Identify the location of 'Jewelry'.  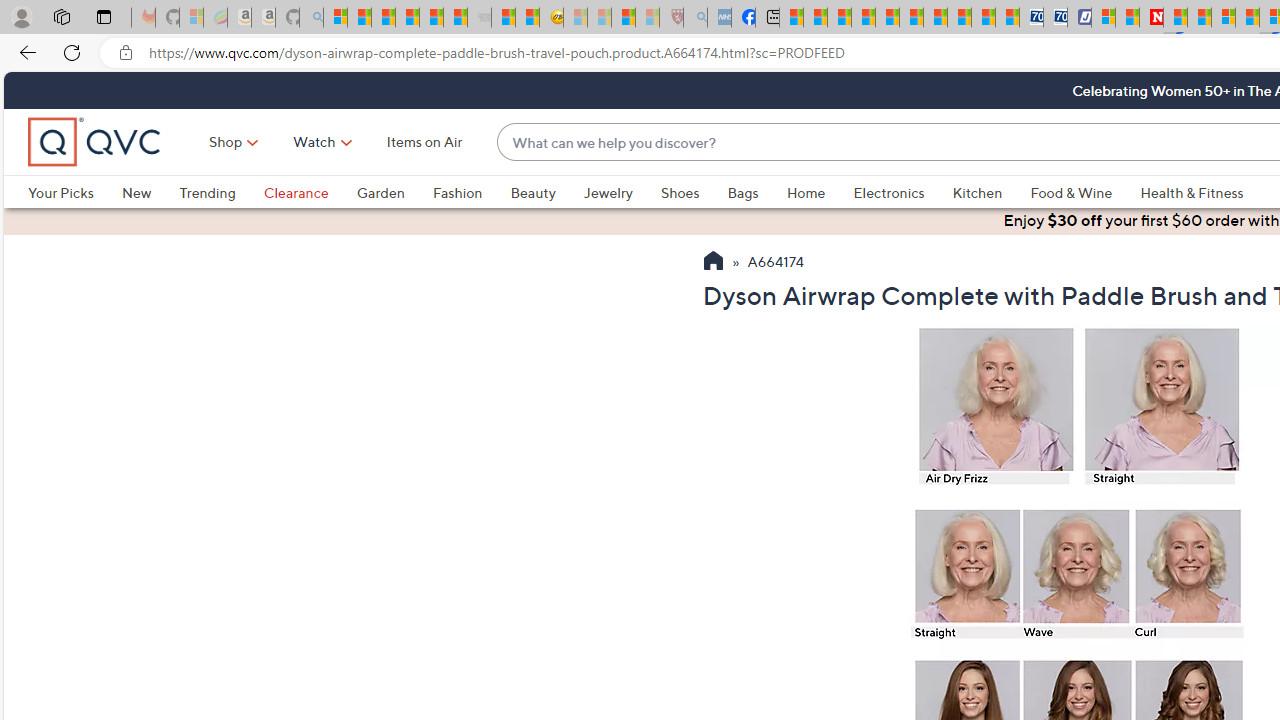
(620, 192).